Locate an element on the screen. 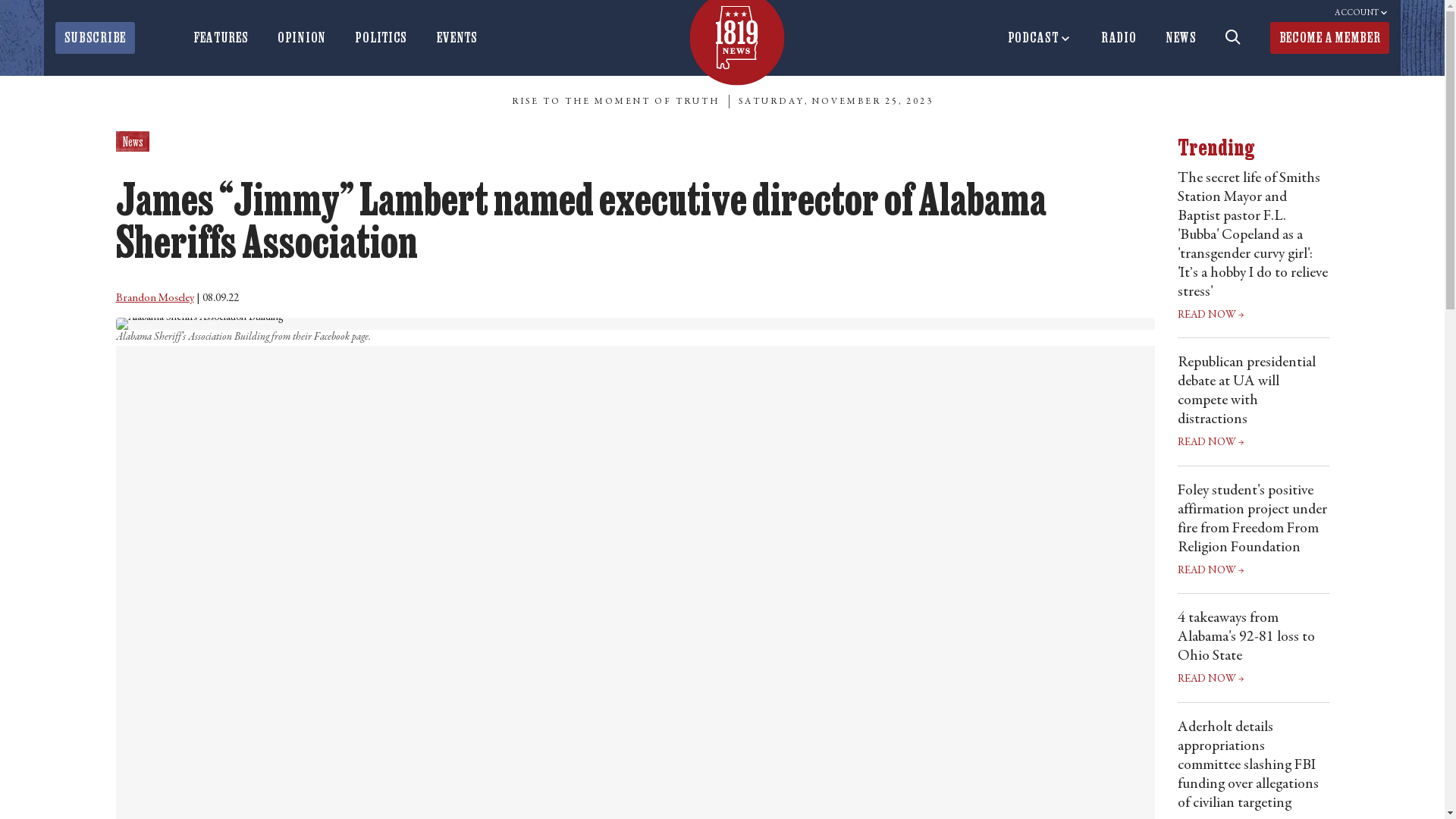 Image resolution: width=1456 pixels, height=819 pixels. 'PODCAST' is located at coordinates (1039, 37).